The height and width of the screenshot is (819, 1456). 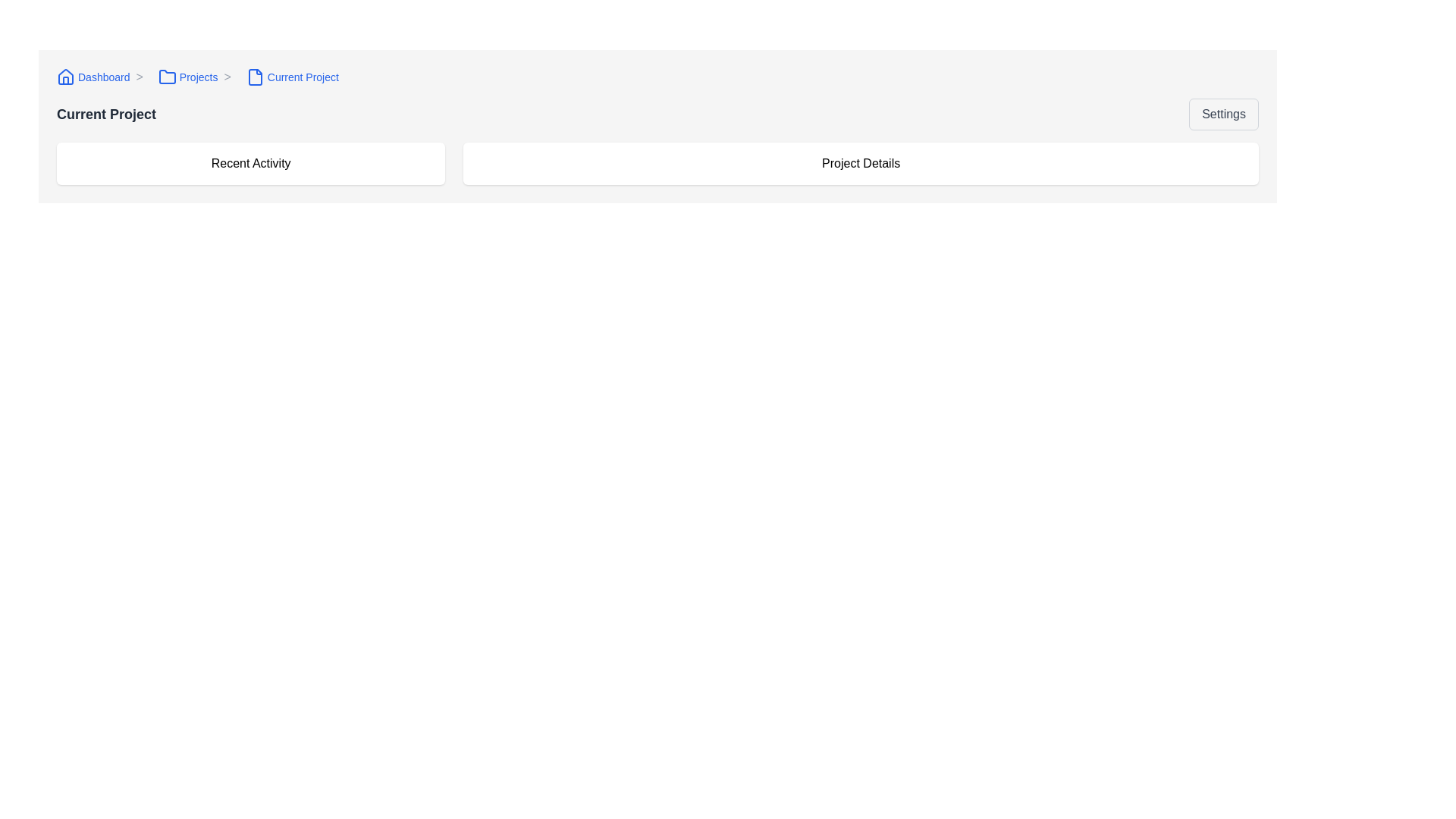 I want to click on the 'Current Project' icon in the breadcrumb navigation, so click(x=255, y=77).